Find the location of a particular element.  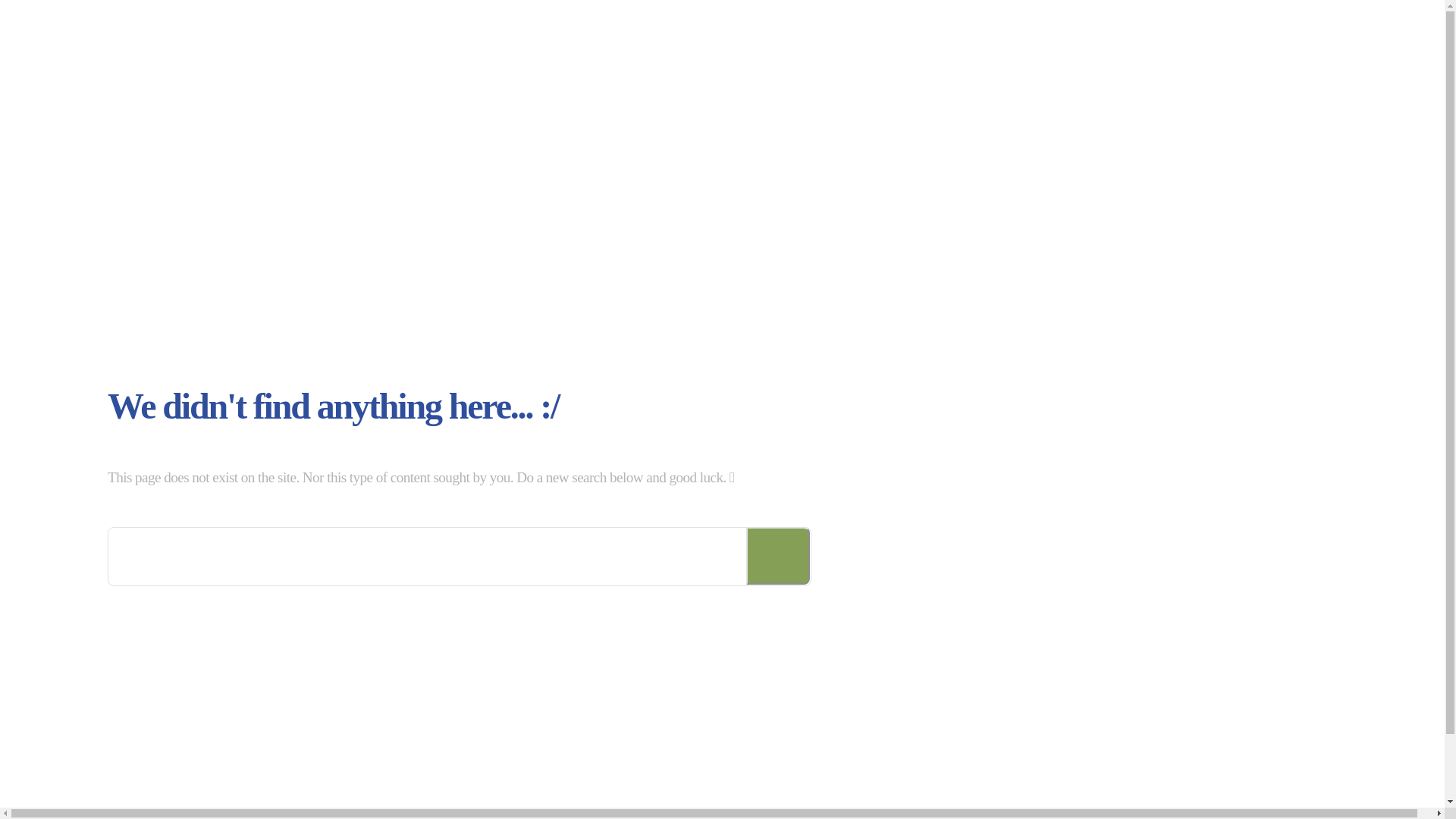

'Linkedin' is located at coordinates (1171, 799).